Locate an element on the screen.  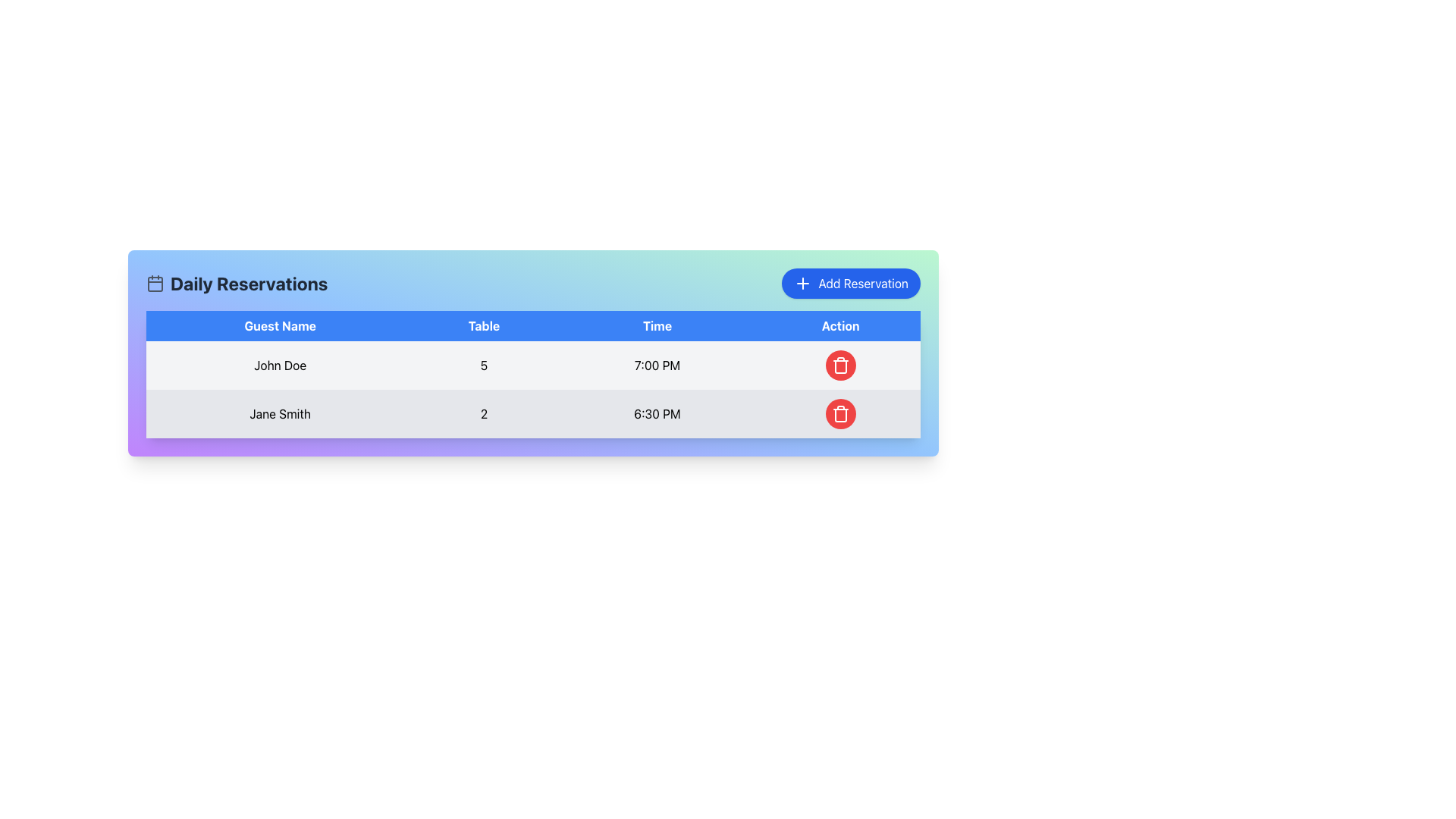
the static text display element containing the digit '5', which is the second cell in the first data row of the 'Daily Reservations' table, positioned between 'John Doe' and '7:00 PM' is located at coordinates (483, 366).